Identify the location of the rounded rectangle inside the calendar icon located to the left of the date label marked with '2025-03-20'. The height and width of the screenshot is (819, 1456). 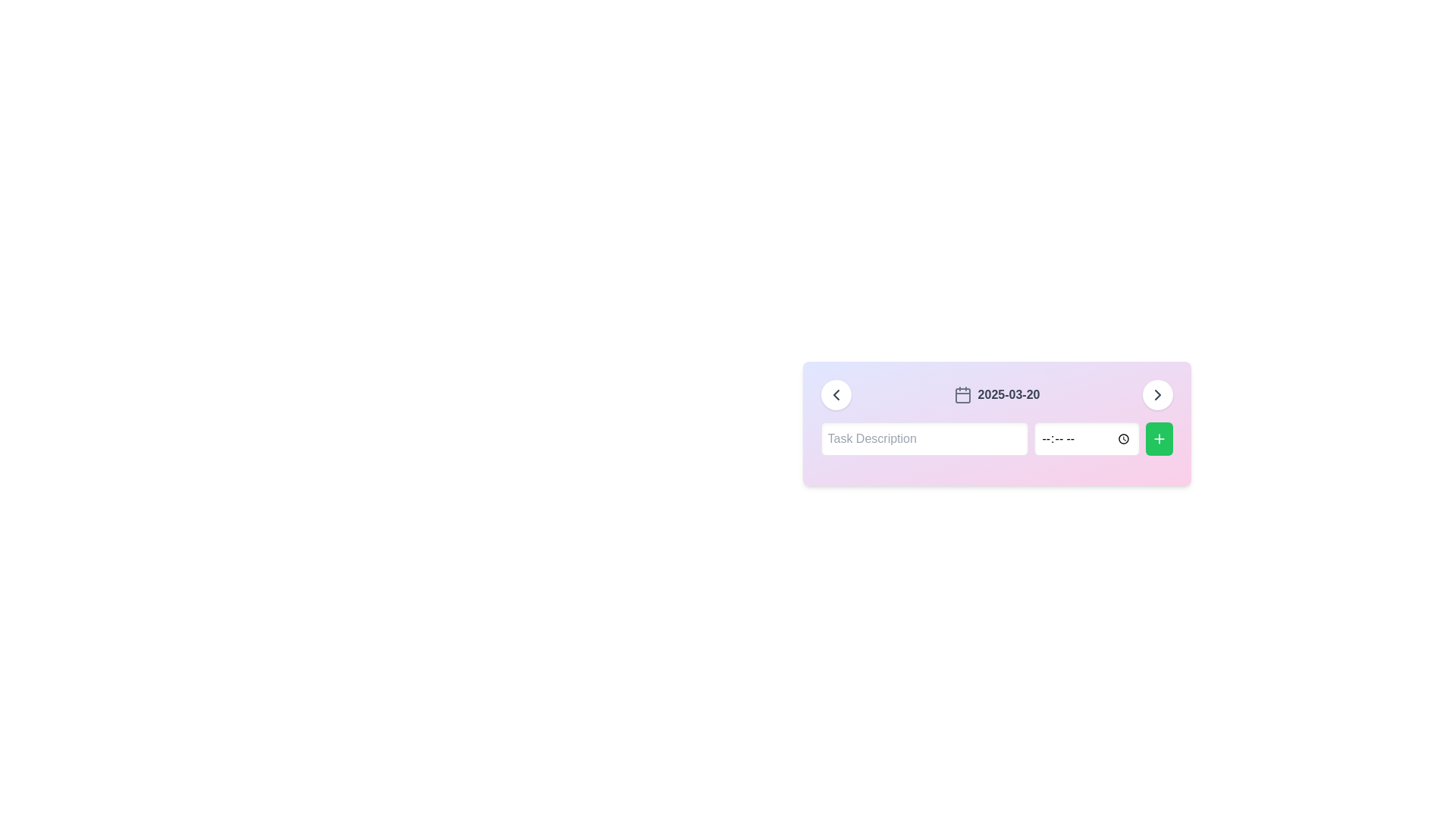
(962, 394).